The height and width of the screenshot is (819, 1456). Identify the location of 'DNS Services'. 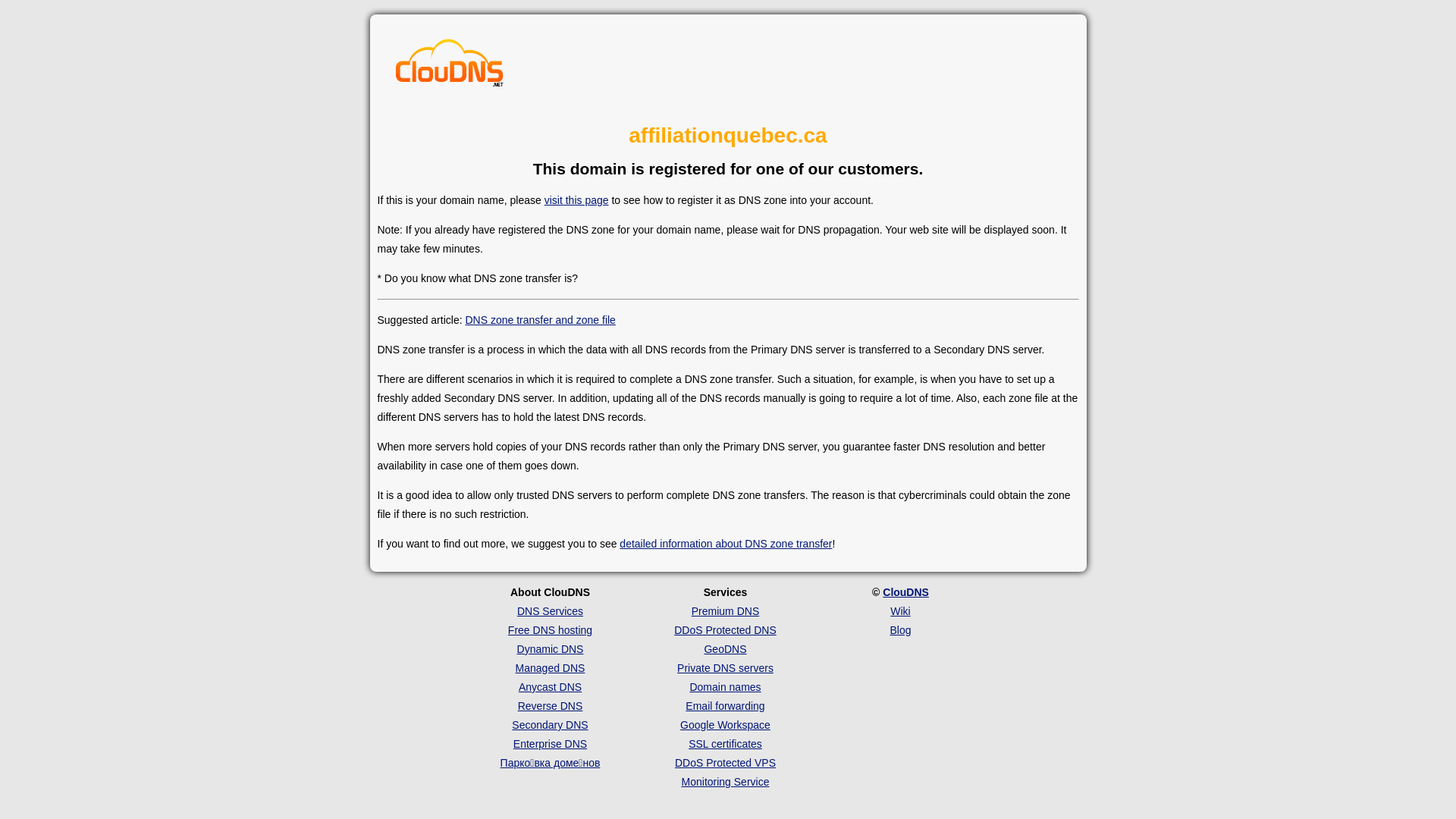
(549, 610).